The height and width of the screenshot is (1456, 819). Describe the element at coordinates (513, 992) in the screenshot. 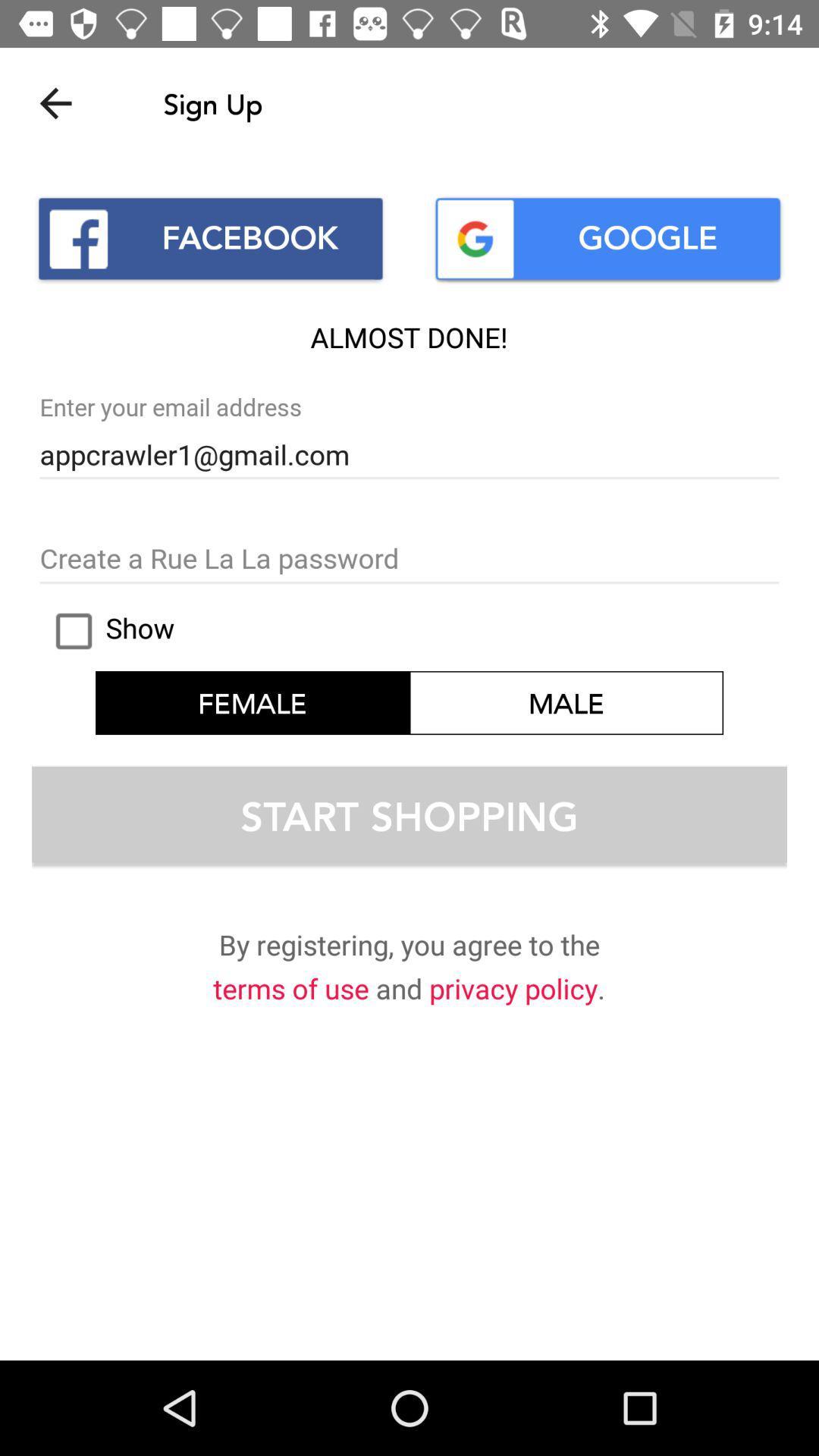

I see `privacy policy` at that location.